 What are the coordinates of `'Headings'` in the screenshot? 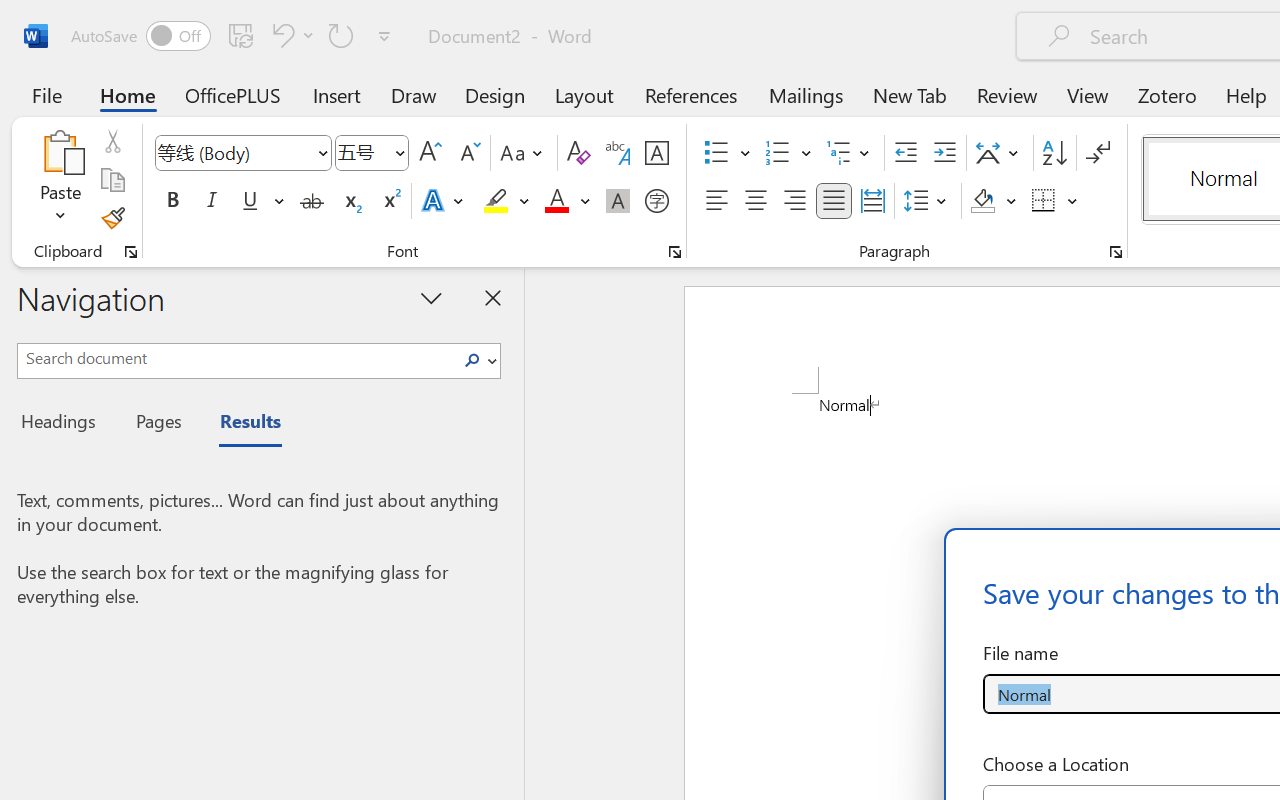 It's located at (65, 424).